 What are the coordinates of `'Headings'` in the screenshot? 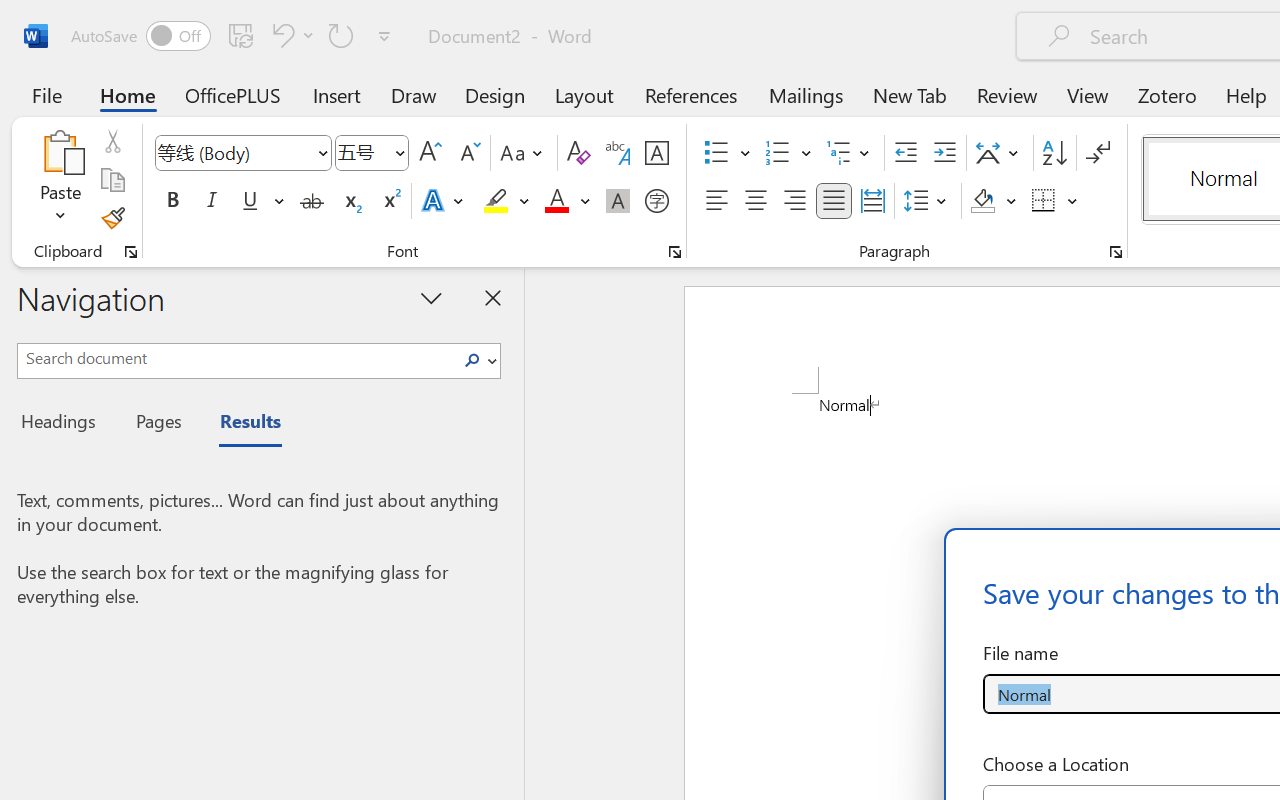 It's located at (65, 424).